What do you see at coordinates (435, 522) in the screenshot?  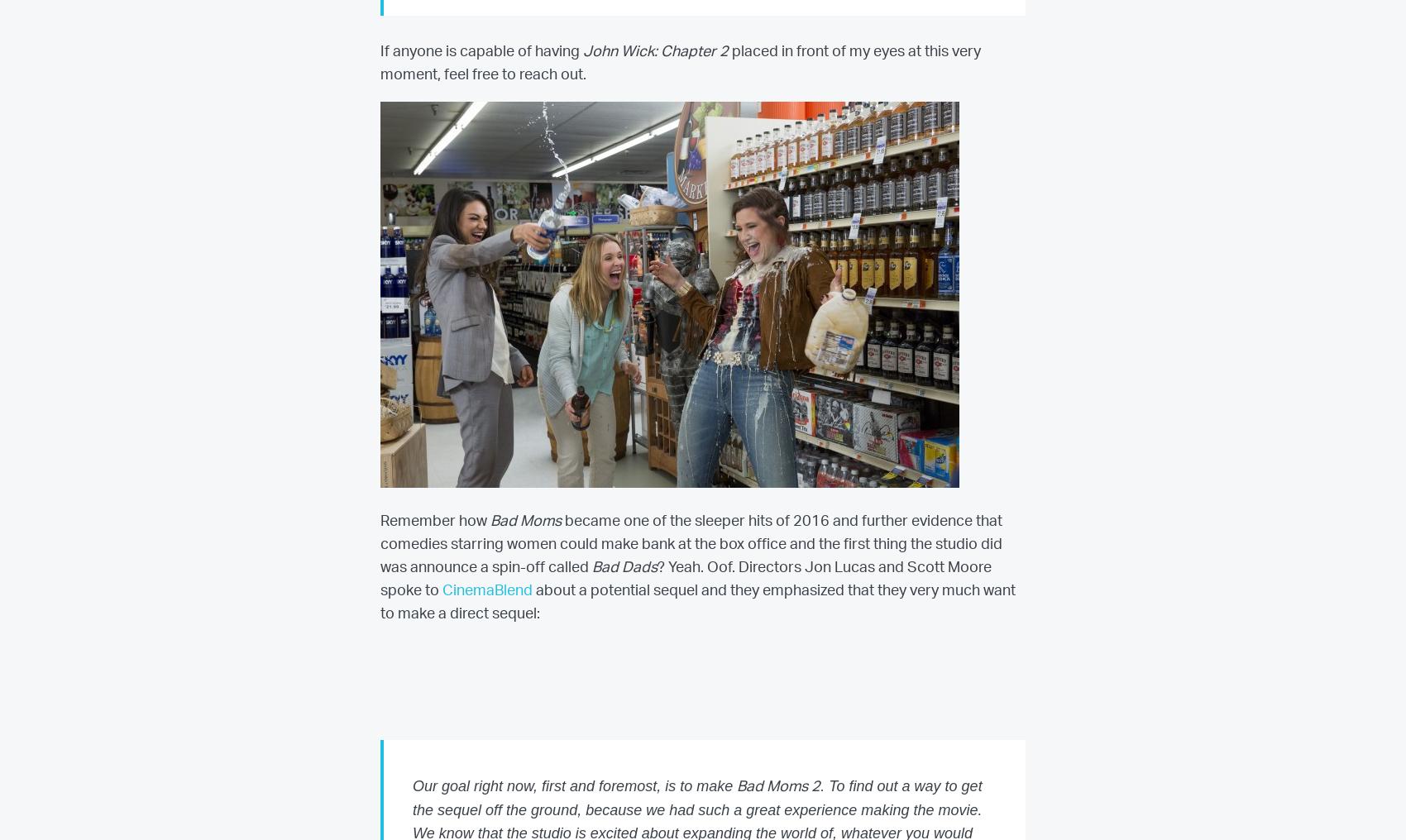 I see `'Remember how'` at bounding box center [435, 522].